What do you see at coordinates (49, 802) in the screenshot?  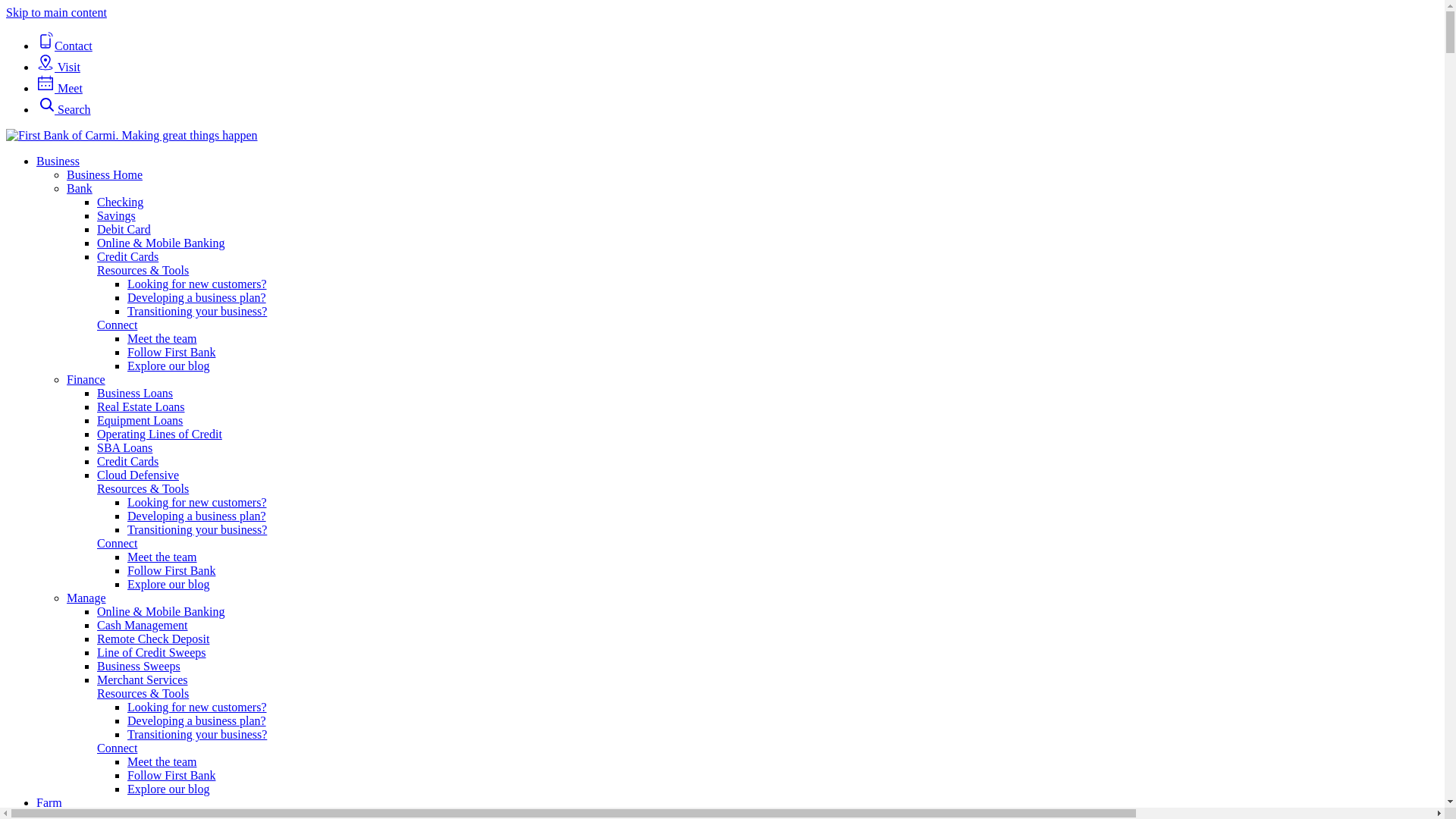 I see `'Farm'` at bounding box center [49, 802].